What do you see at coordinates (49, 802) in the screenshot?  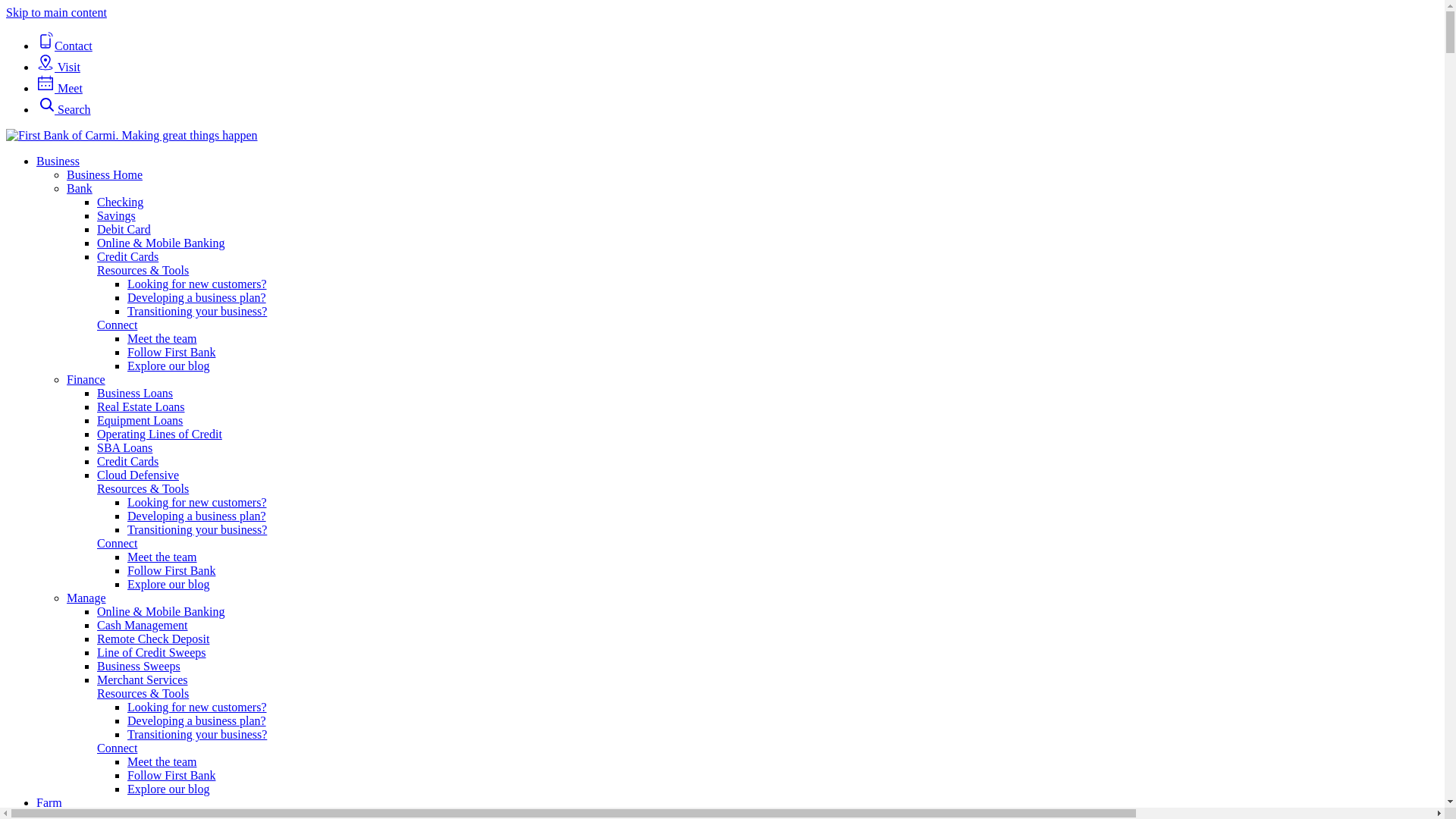 I see `'Farm'` at bounding box center [49, 802].